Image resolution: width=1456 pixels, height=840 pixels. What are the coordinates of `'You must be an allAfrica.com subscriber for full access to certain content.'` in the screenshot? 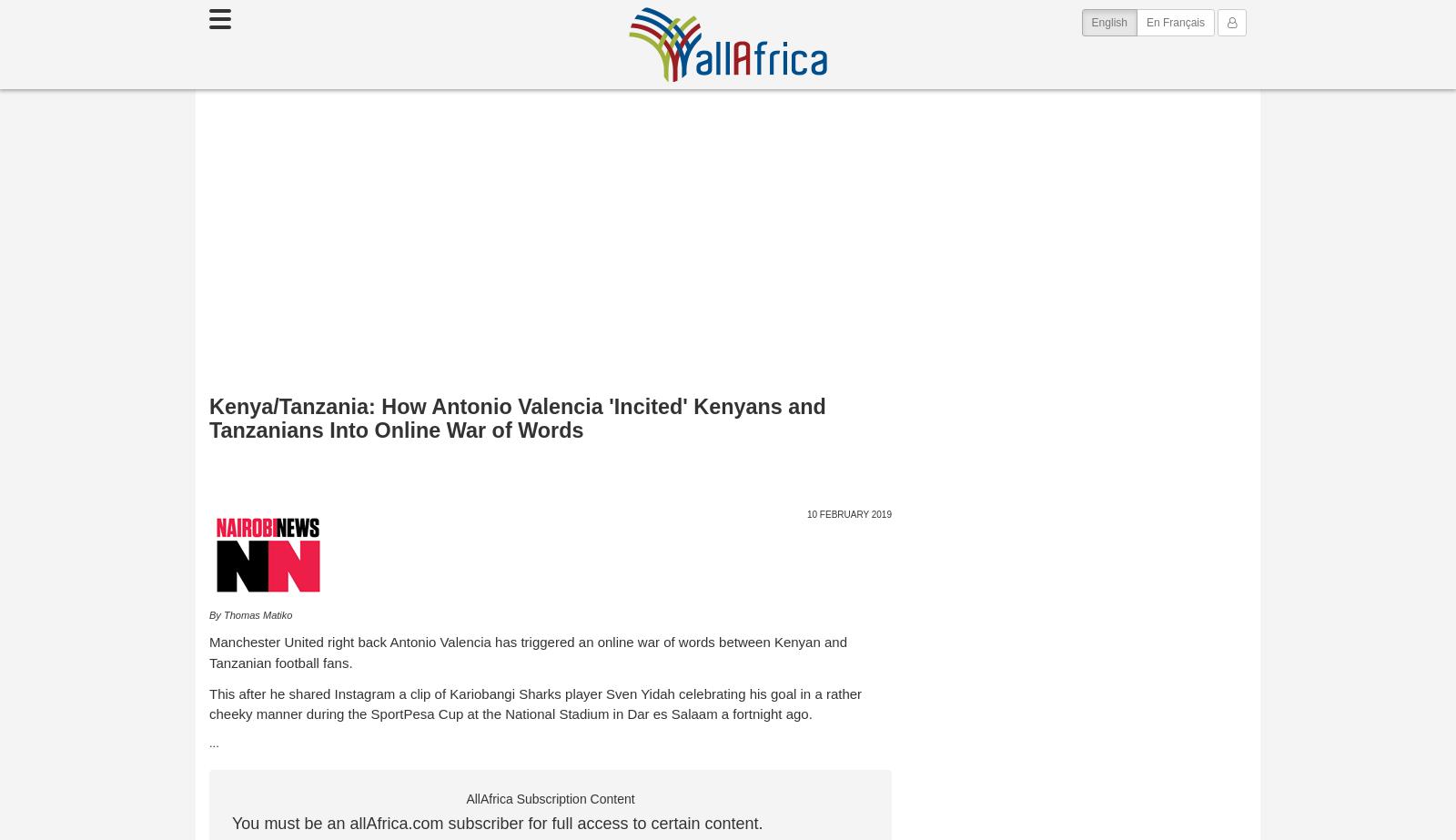 It's located at (496, 821).